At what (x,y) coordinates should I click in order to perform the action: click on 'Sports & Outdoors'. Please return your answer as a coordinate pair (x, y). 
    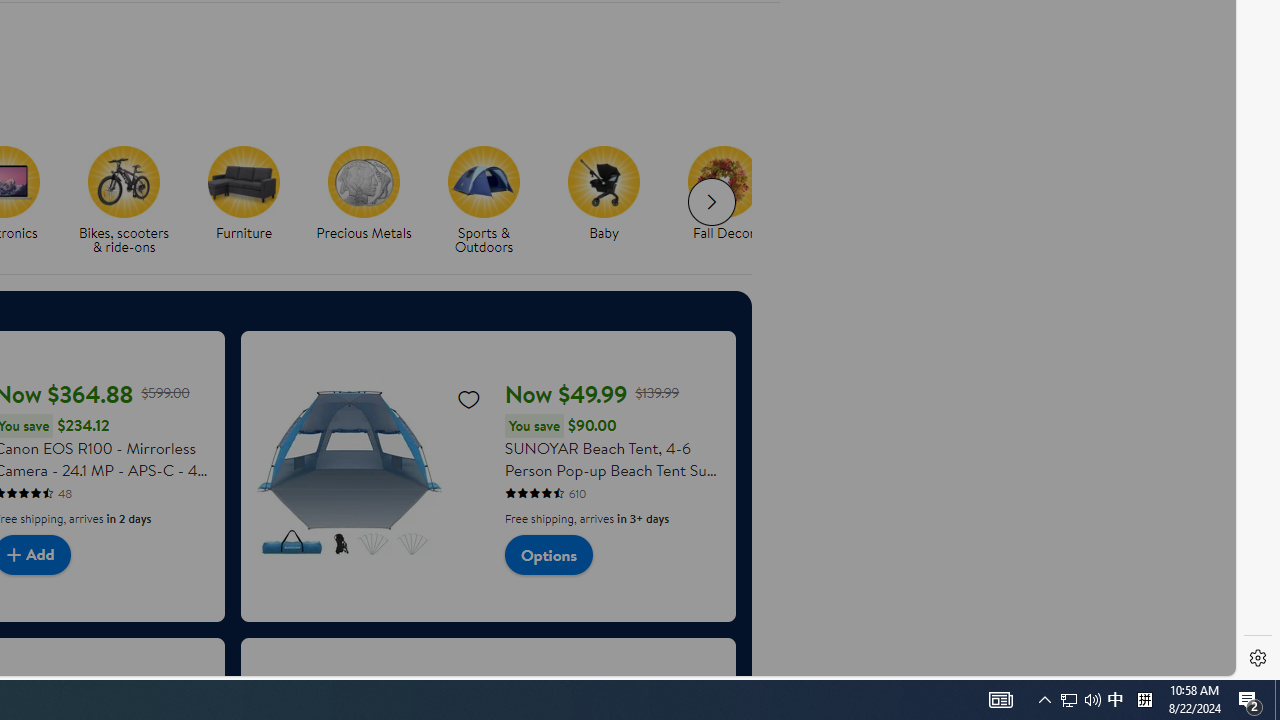
    Looking at the image, I should click on (492, 201).